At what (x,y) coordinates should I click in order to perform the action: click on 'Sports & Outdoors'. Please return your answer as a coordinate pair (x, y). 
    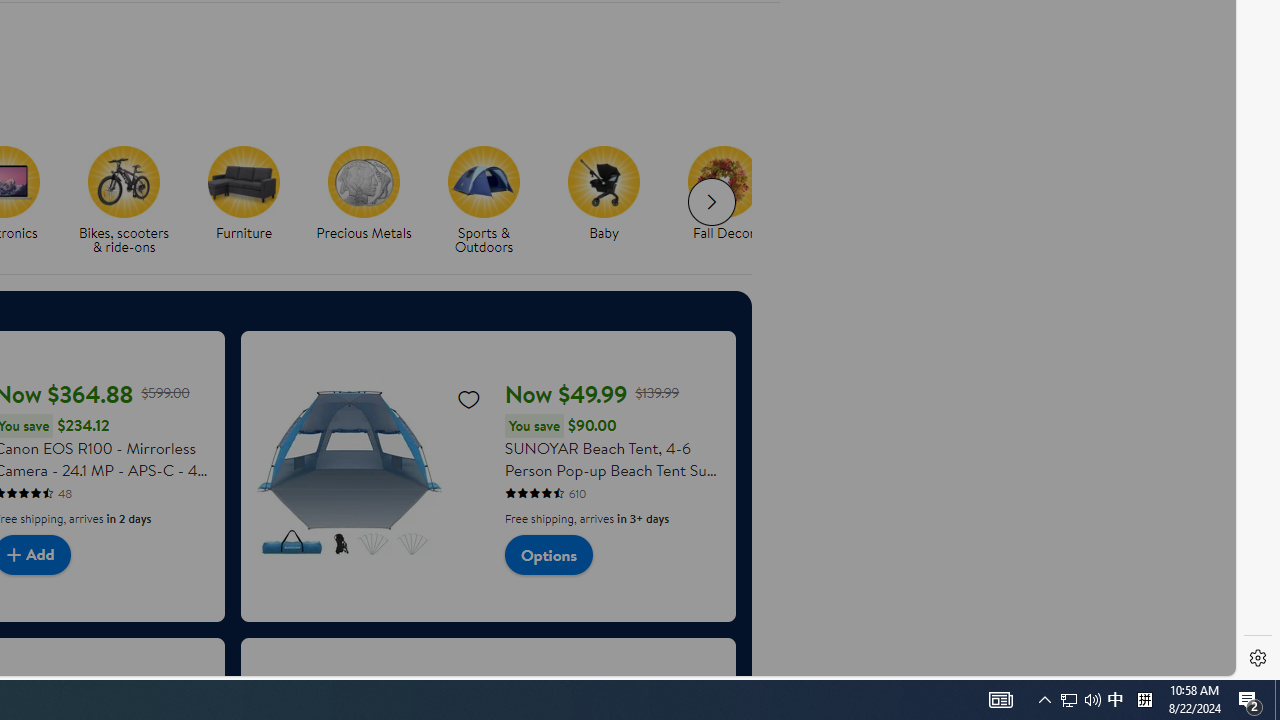
    Looking at the image, I should click on (492, 201).